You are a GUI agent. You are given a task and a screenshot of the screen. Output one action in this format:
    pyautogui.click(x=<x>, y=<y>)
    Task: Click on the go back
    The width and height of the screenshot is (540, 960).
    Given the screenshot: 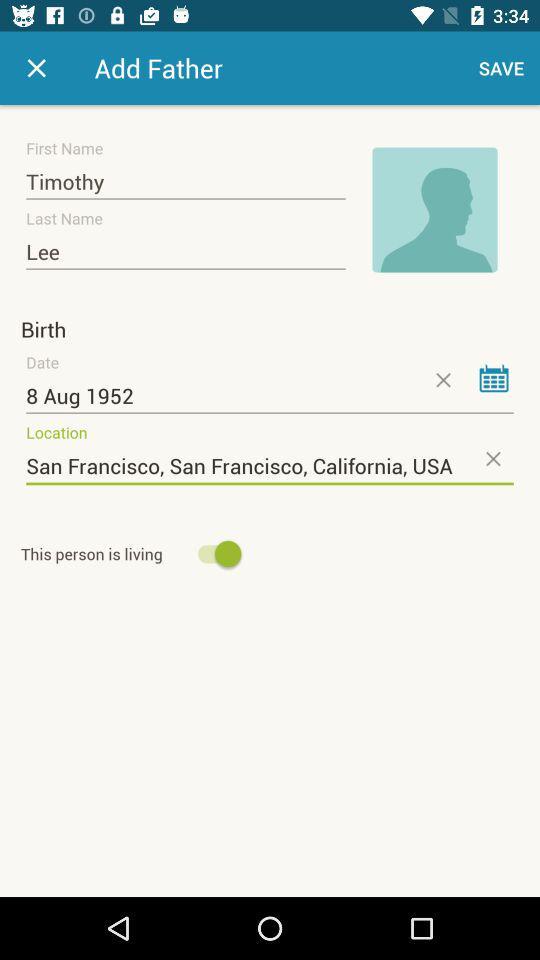 What is the action you would take?
    pyautogui.click(x=36, y=68)
    